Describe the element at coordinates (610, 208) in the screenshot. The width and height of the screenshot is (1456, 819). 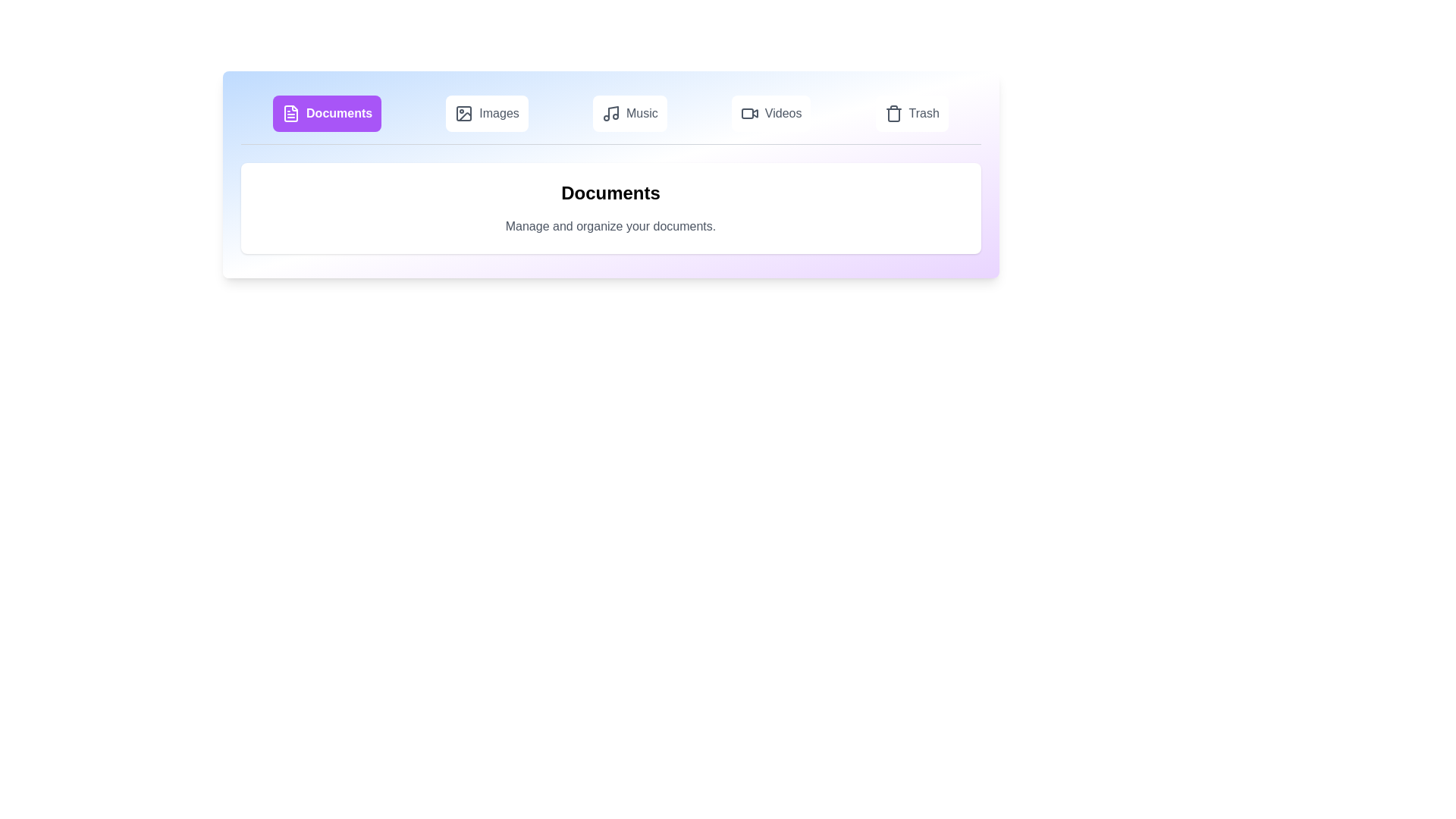
I see `the content area of the active tab to inspect its details` at that location.